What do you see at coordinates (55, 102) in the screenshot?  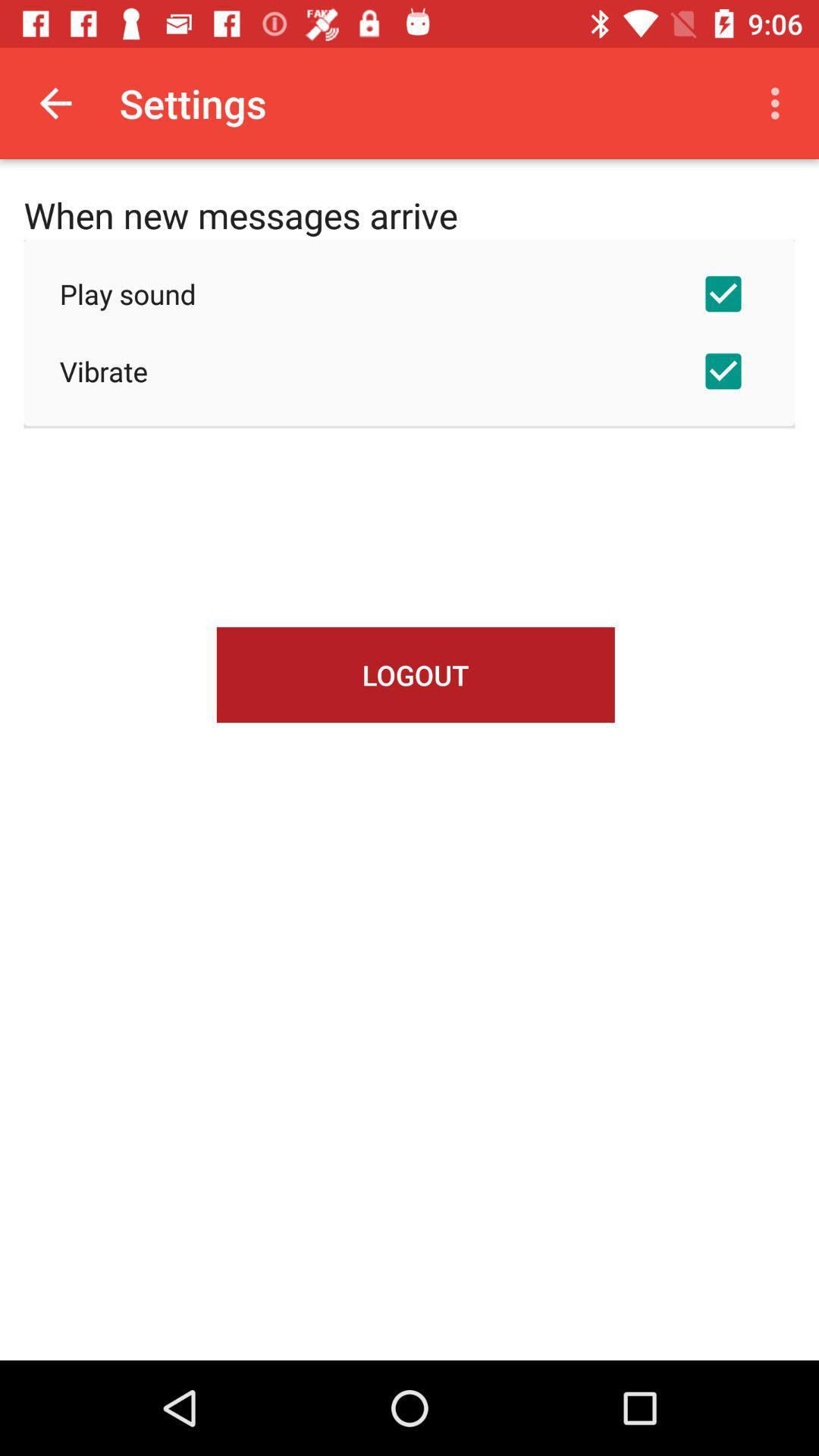 I see `the item to the left of settings item` at bounding box center [55, 102].